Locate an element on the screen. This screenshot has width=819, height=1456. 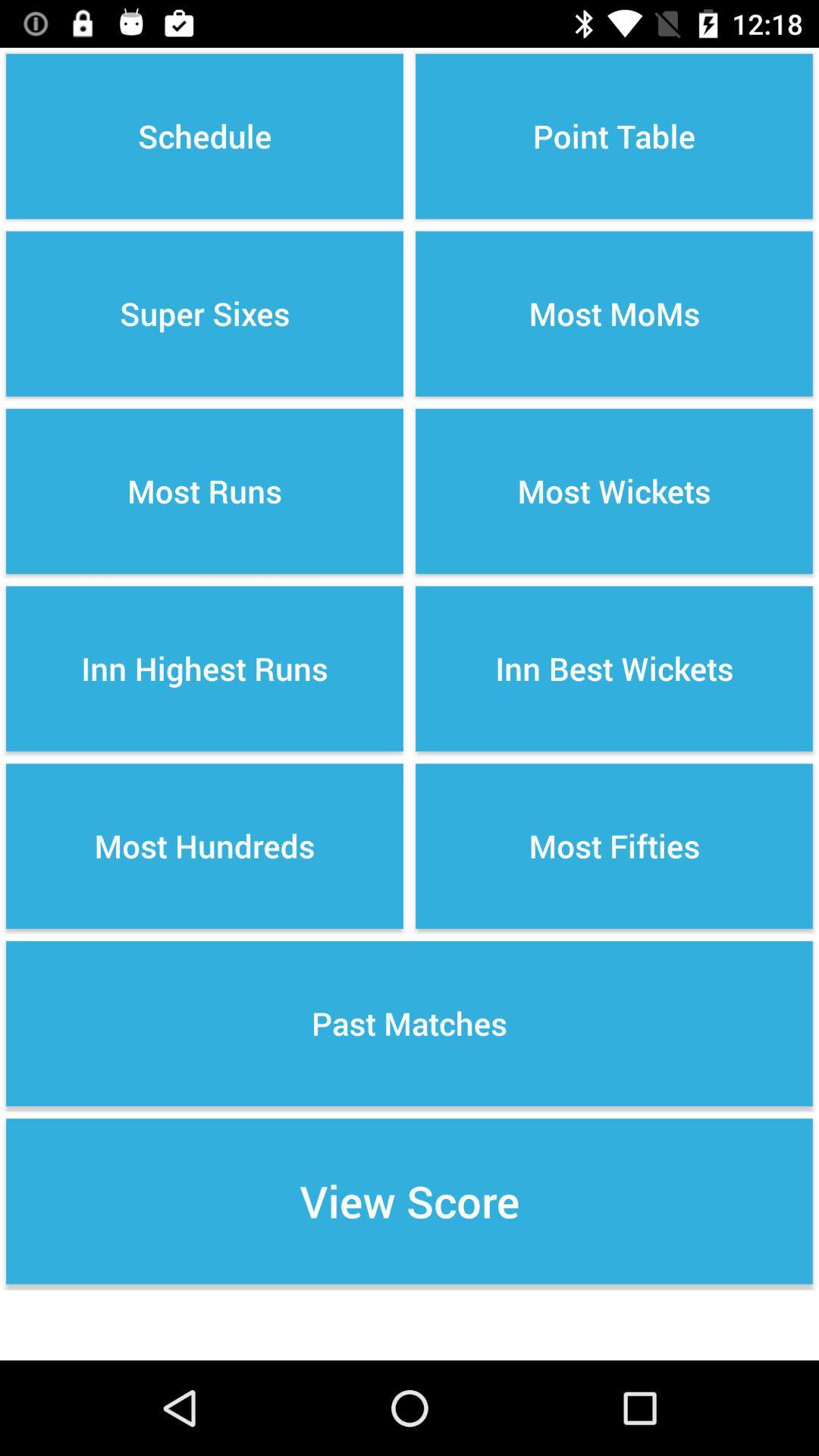
item below past matches button is located at coordinates (409, 1200).